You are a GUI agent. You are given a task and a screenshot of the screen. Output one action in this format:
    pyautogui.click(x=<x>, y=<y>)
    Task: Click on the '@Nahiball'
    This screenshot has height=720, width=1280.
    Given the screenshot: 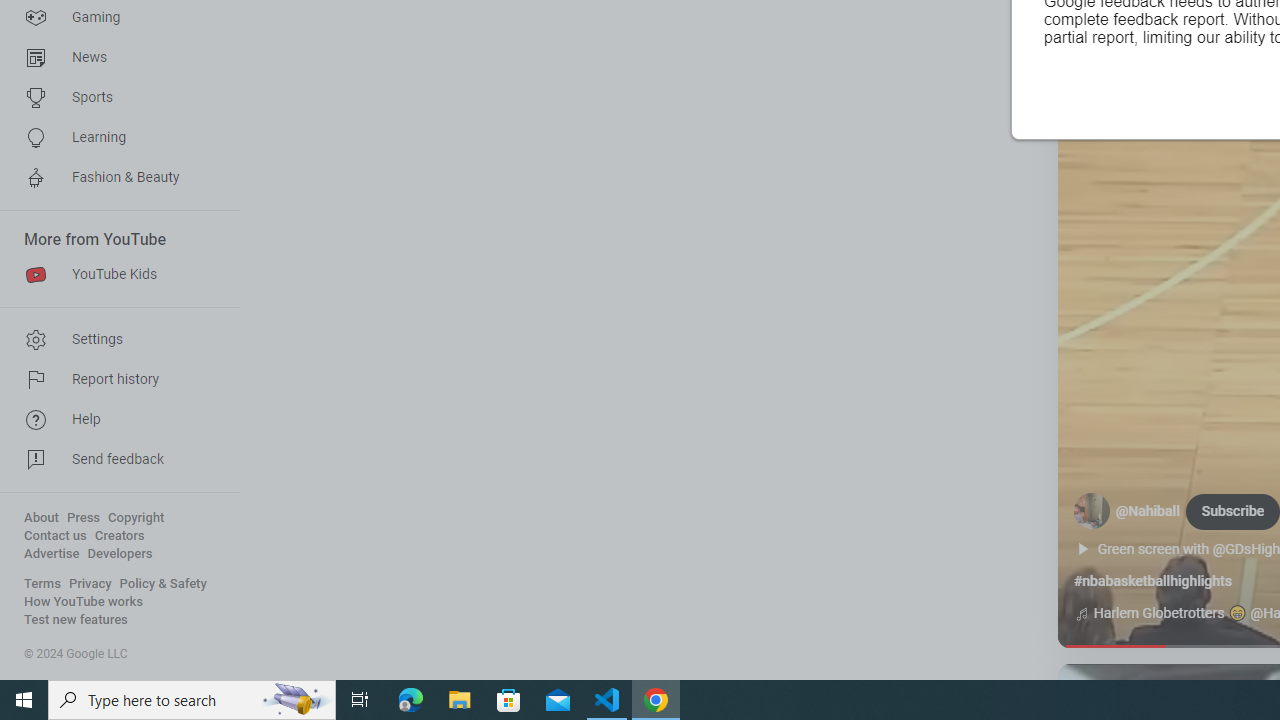 What is the action you would take?
    pyautogui.click(x=1148, y=510)
    